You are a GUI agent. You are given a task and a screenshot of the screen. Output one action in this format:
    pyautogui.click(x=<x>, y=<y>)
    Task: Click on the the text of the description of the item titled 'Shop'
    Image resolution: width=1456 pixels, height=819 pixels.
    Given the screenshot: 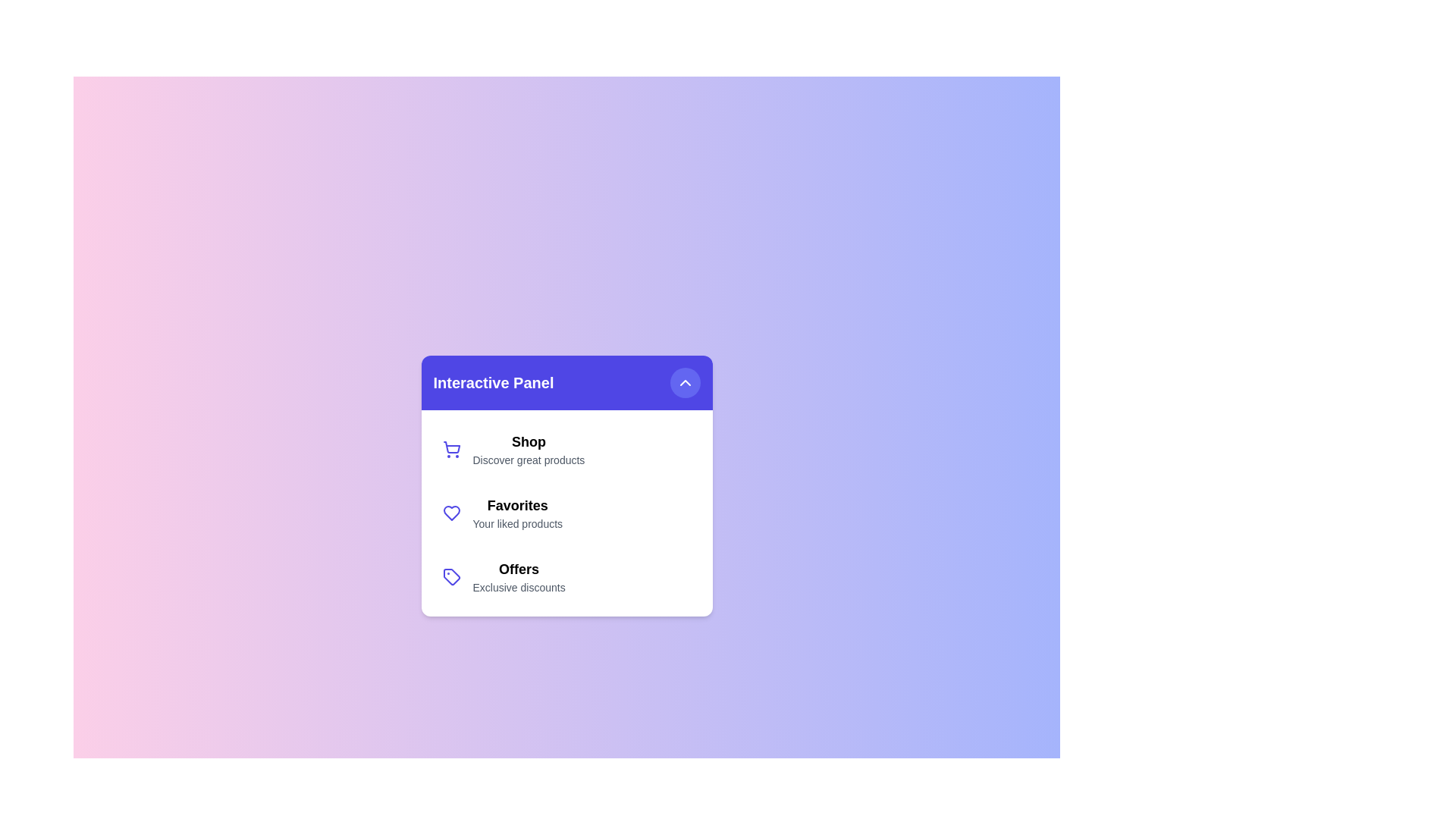 What is the action you would take?
    pyautogui.click(x=529, y=459)
    